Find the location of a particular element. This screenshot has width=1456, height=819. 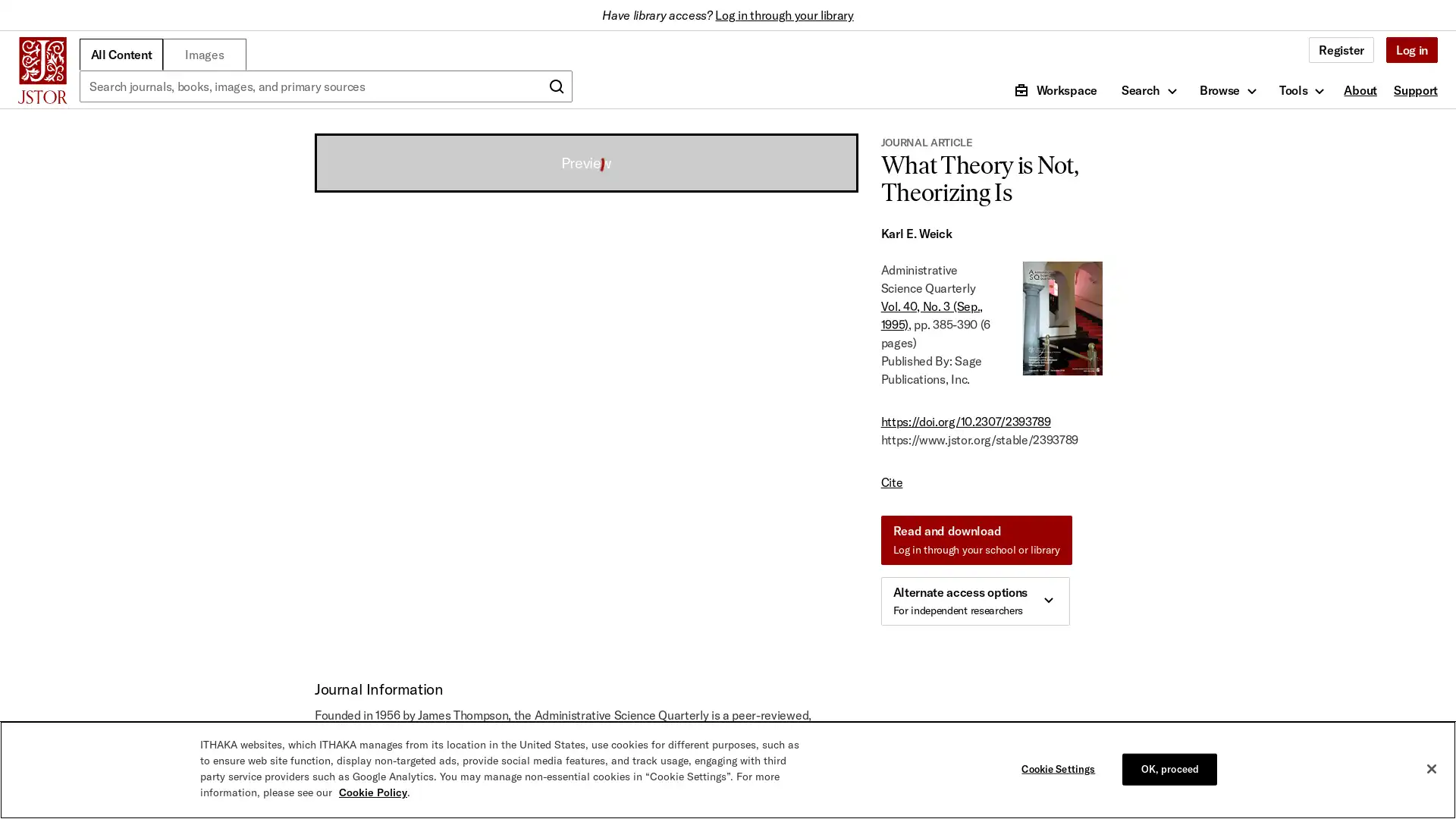

Close is located at coordinates (1430, 769).